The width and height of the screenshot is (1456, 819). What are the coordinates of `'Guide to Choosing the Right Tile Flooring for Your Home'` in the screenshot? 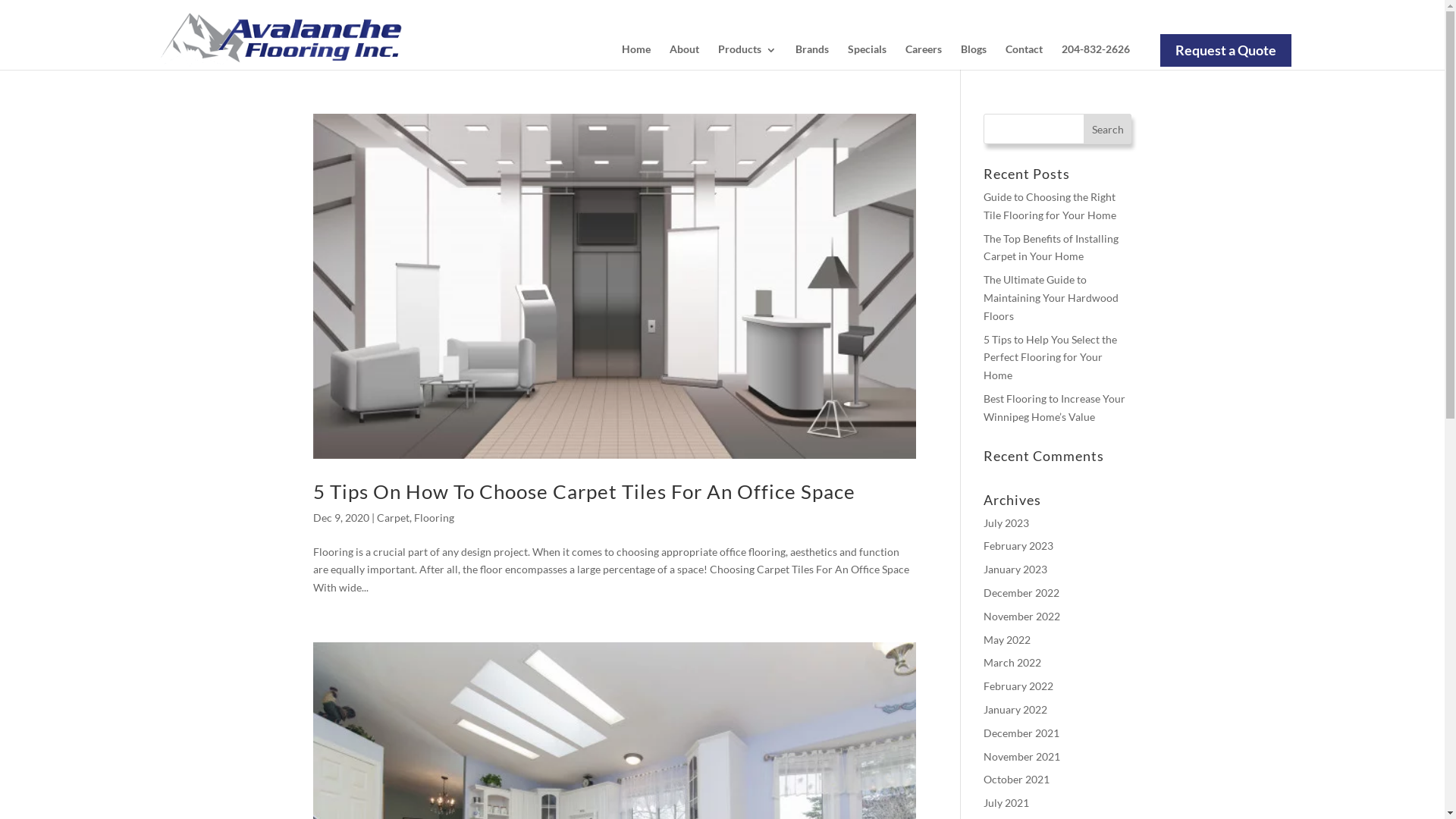 It's located at (1049, 206).